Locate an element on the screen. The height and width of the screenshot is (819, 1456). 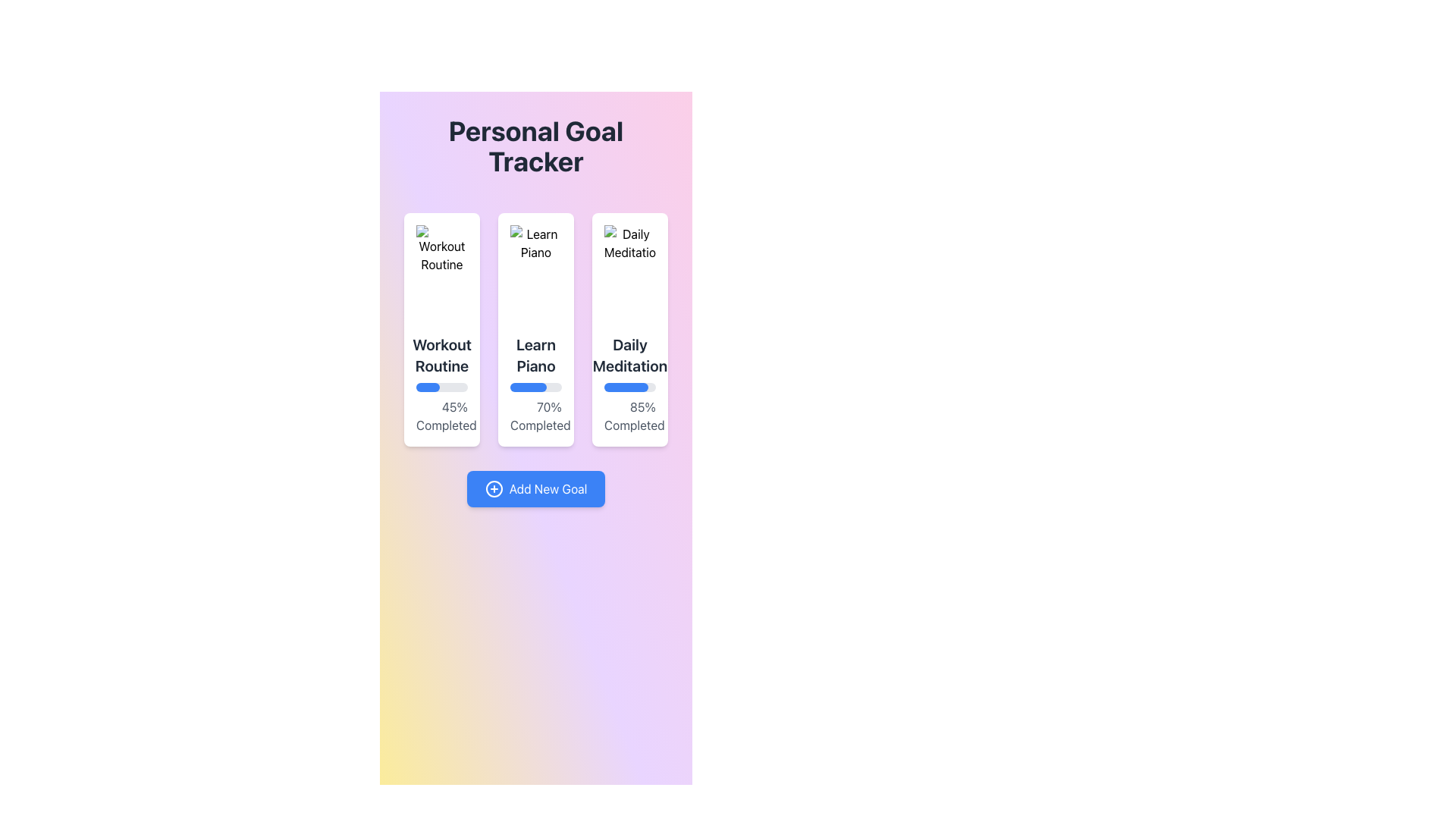
text from the 'Learn Piano' label, which is a bold, large, dark gray text on a white background located in the second card from the left, below an image and above a progress bar is located at coordinates (535, 356).